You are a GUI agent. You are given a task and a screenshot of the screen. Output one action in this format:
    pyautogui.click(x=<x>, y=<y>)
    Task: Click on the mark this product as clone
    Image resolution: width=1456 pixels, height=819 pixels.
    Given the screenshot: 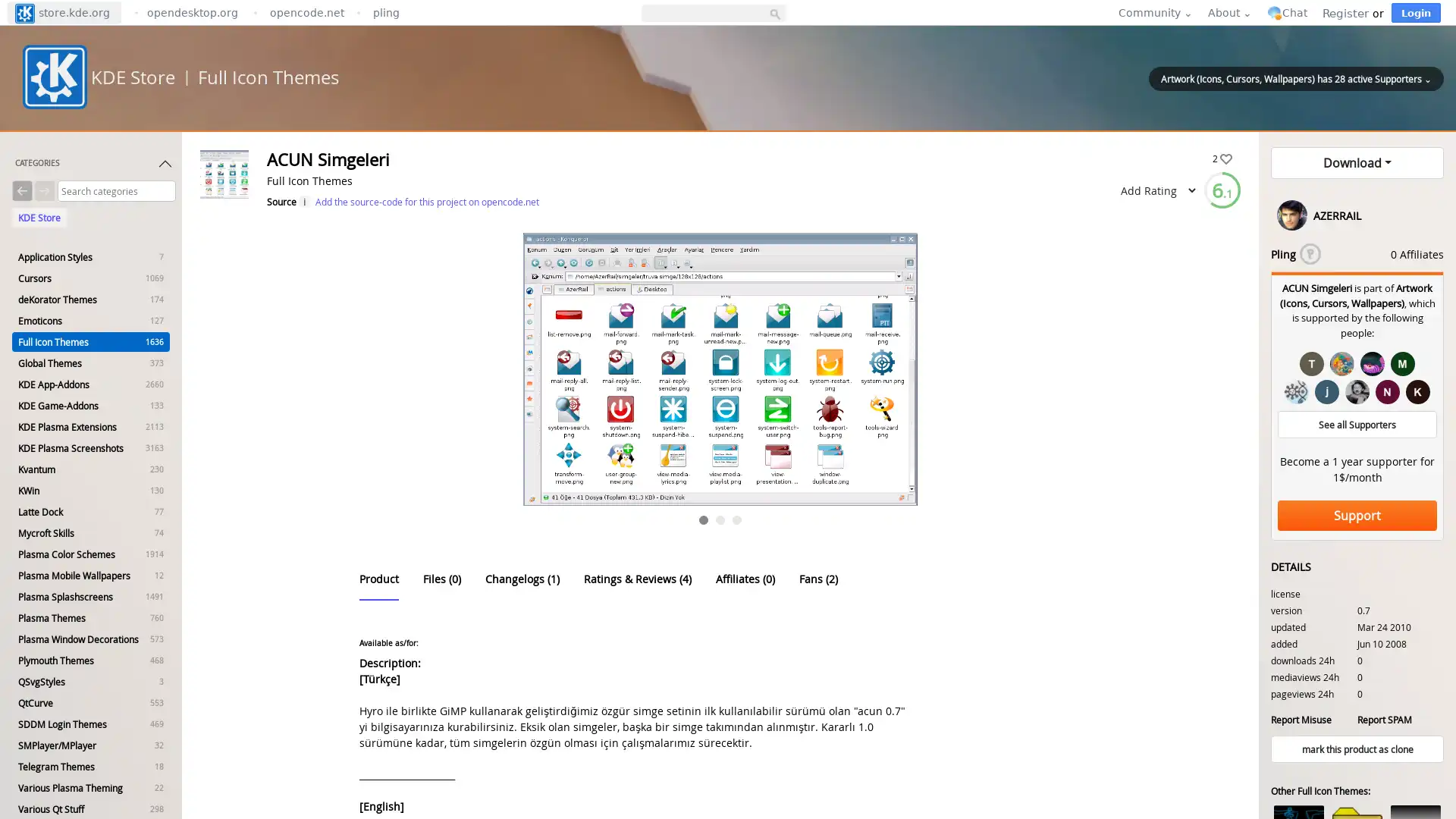 What is the action you would take?
    pyautogui.click(x=1357, y=748)
    